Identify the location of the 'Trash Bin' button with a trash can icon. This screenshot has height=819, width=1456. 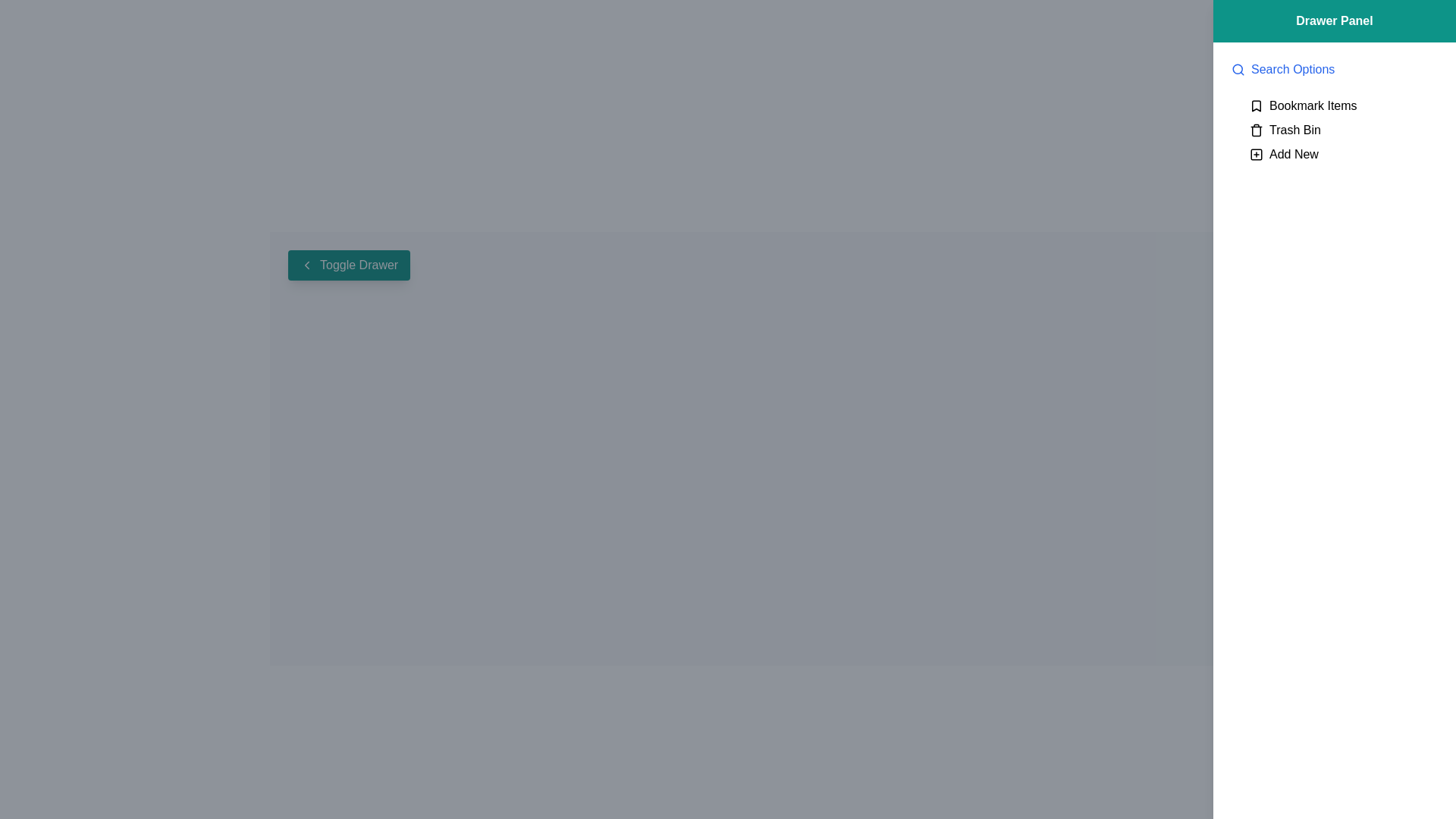
(1284, 130).